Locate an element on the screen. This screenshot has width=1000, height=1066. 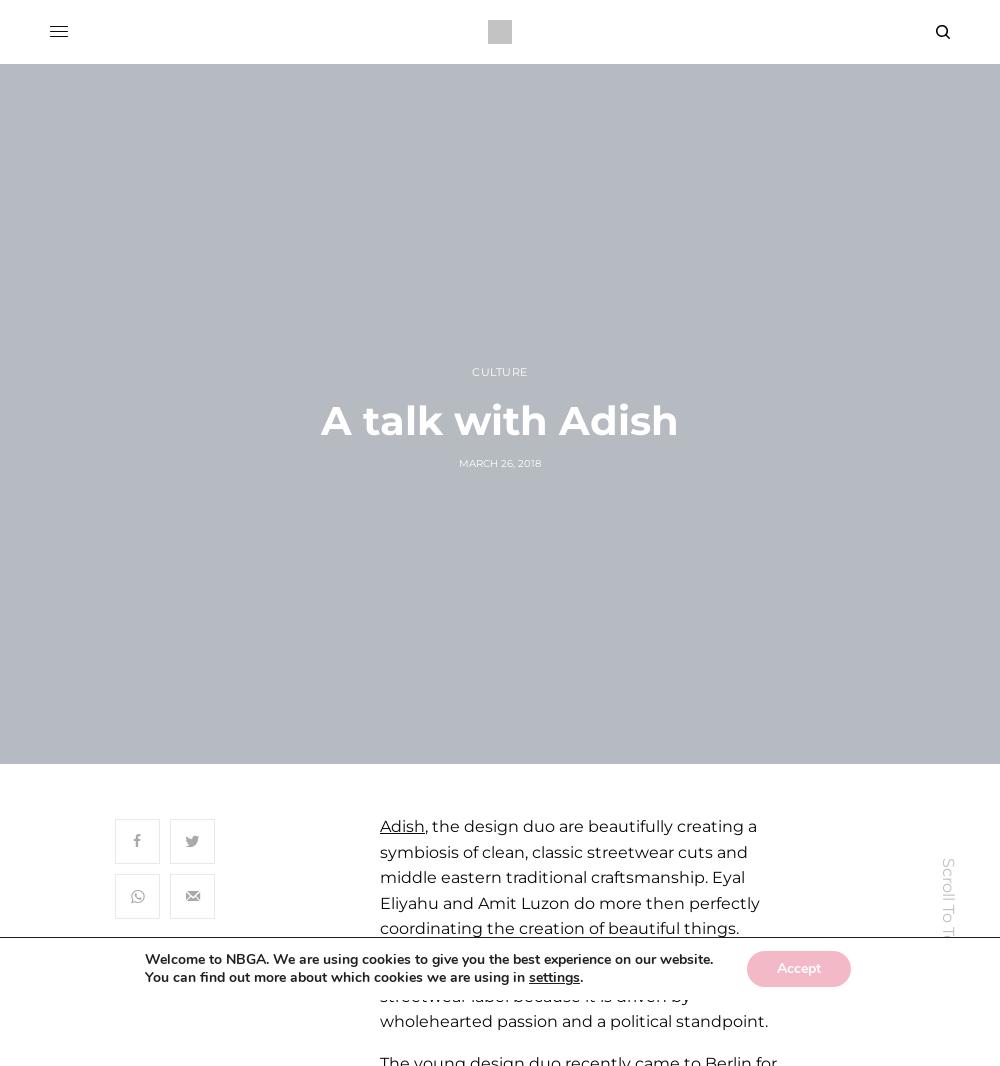
'Adish' is located at coordinates (402, 826).